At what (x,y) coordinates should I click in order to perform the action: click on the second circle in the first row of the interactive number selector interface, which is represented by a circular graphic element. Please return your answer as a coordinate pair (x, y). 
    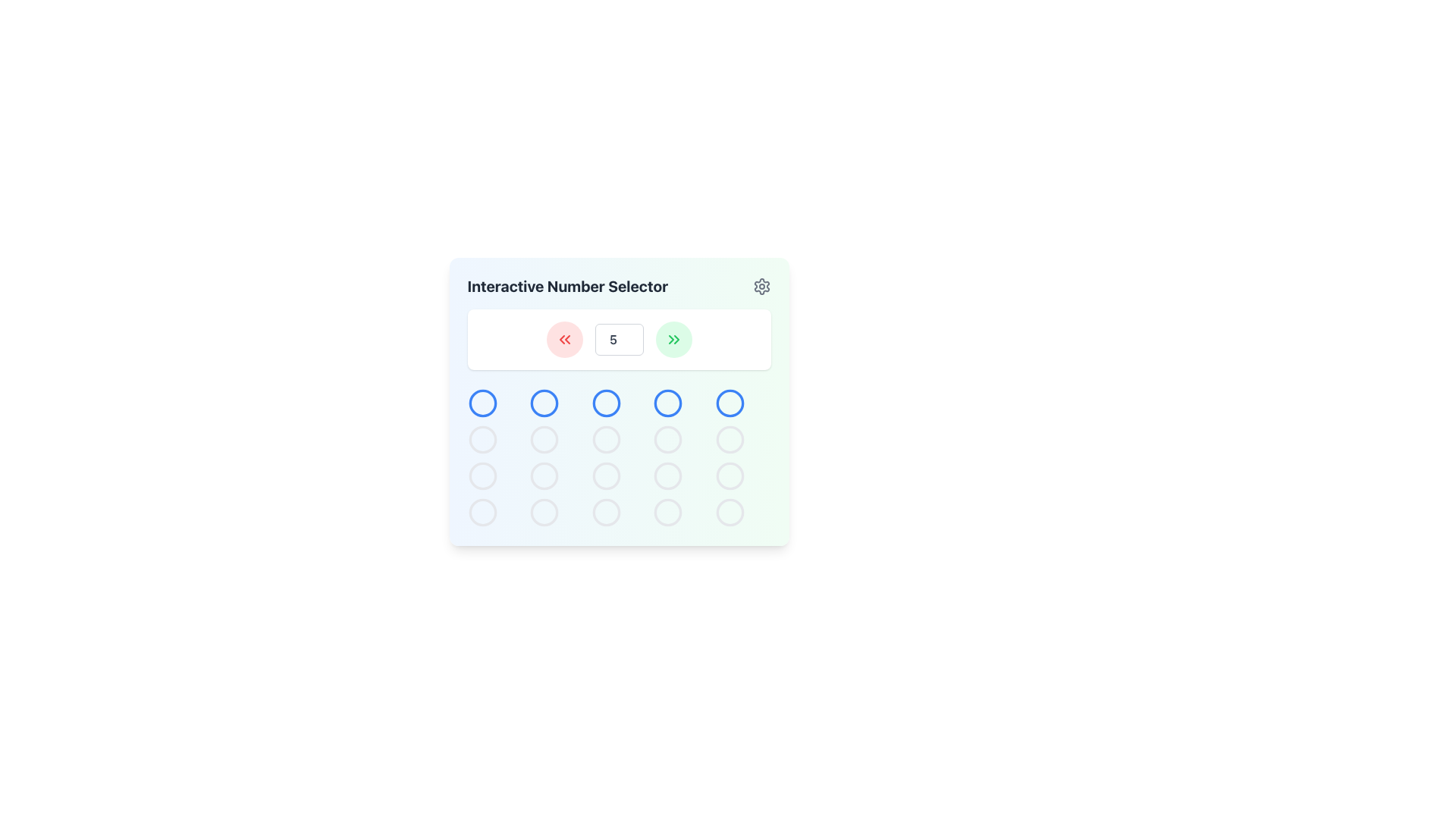
    Looking at the image, I should click on (544, 403).